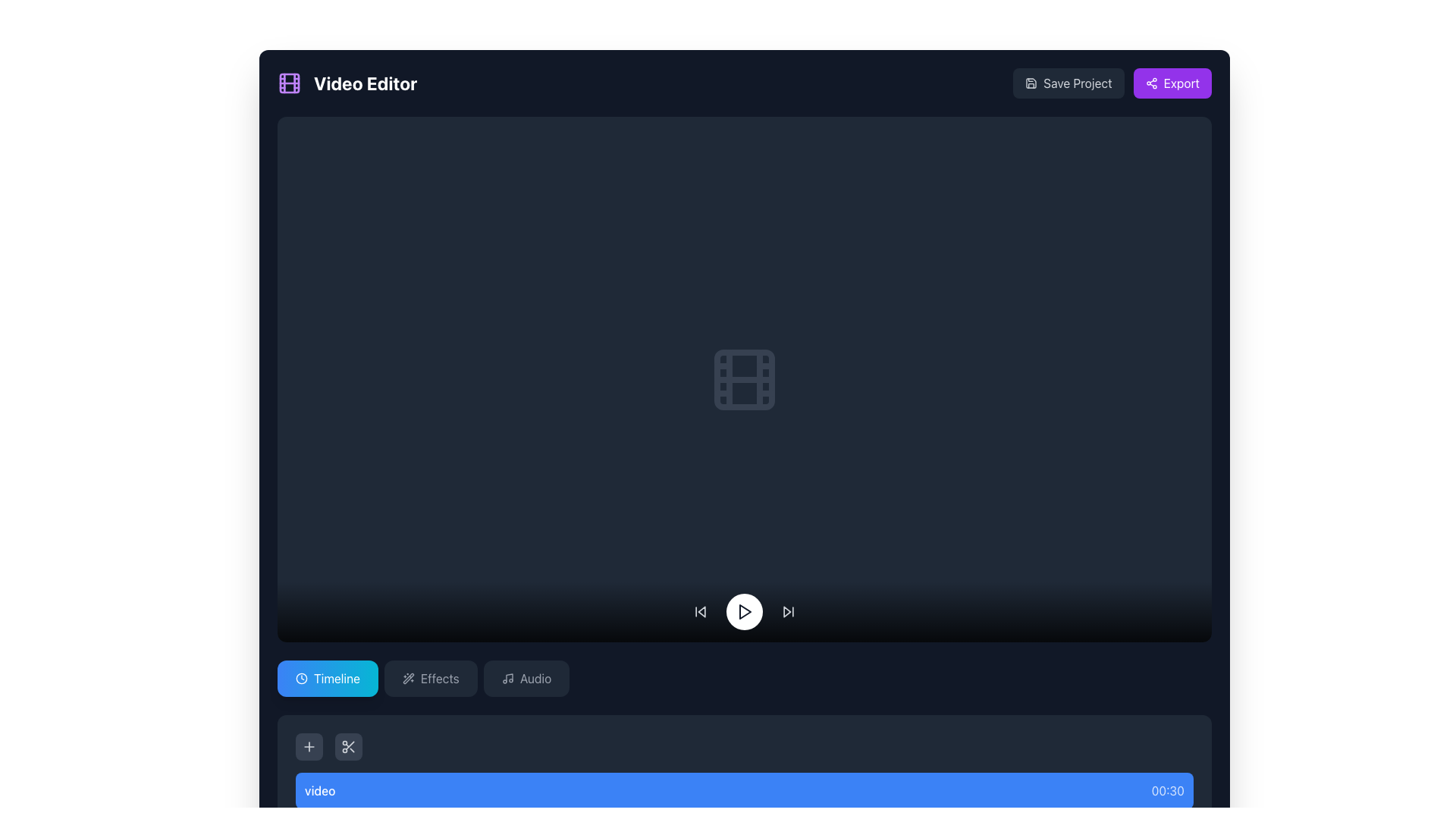 This screenshot has height=819, width=1456. What do you see at coordinates (745, 610) in the screenshot?
I see `the play button located at the bottom center of the user interface` at bounding box center [745, 610].